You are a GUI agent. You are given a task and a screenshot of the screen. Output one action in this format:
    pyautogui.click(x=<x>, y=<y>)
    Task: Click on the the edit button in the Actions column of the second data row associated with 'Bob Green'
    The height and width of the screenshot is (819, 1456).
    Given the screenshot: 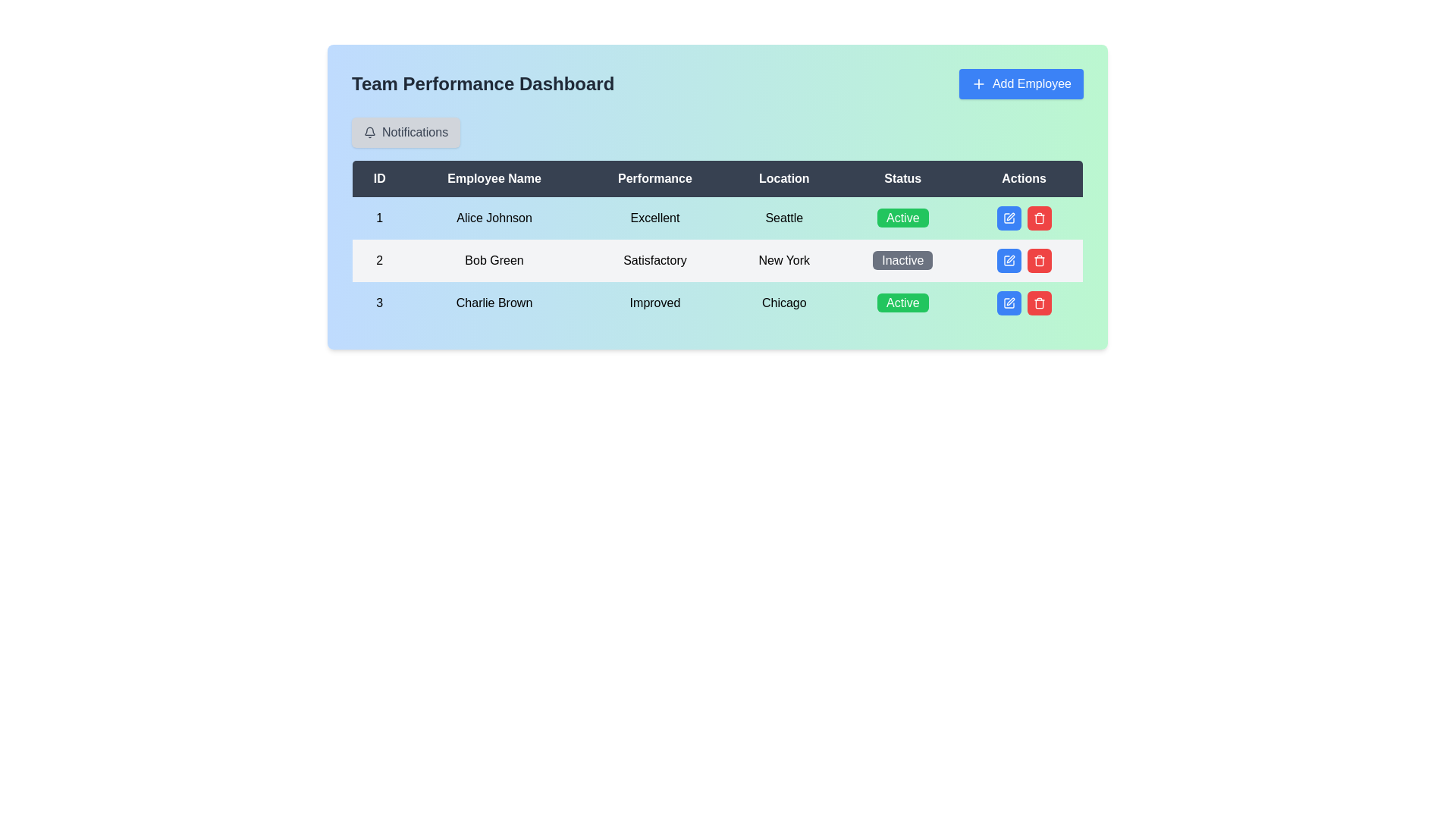 What is the action you would take?
    pyautogui.click(x=1008, y=218)
    